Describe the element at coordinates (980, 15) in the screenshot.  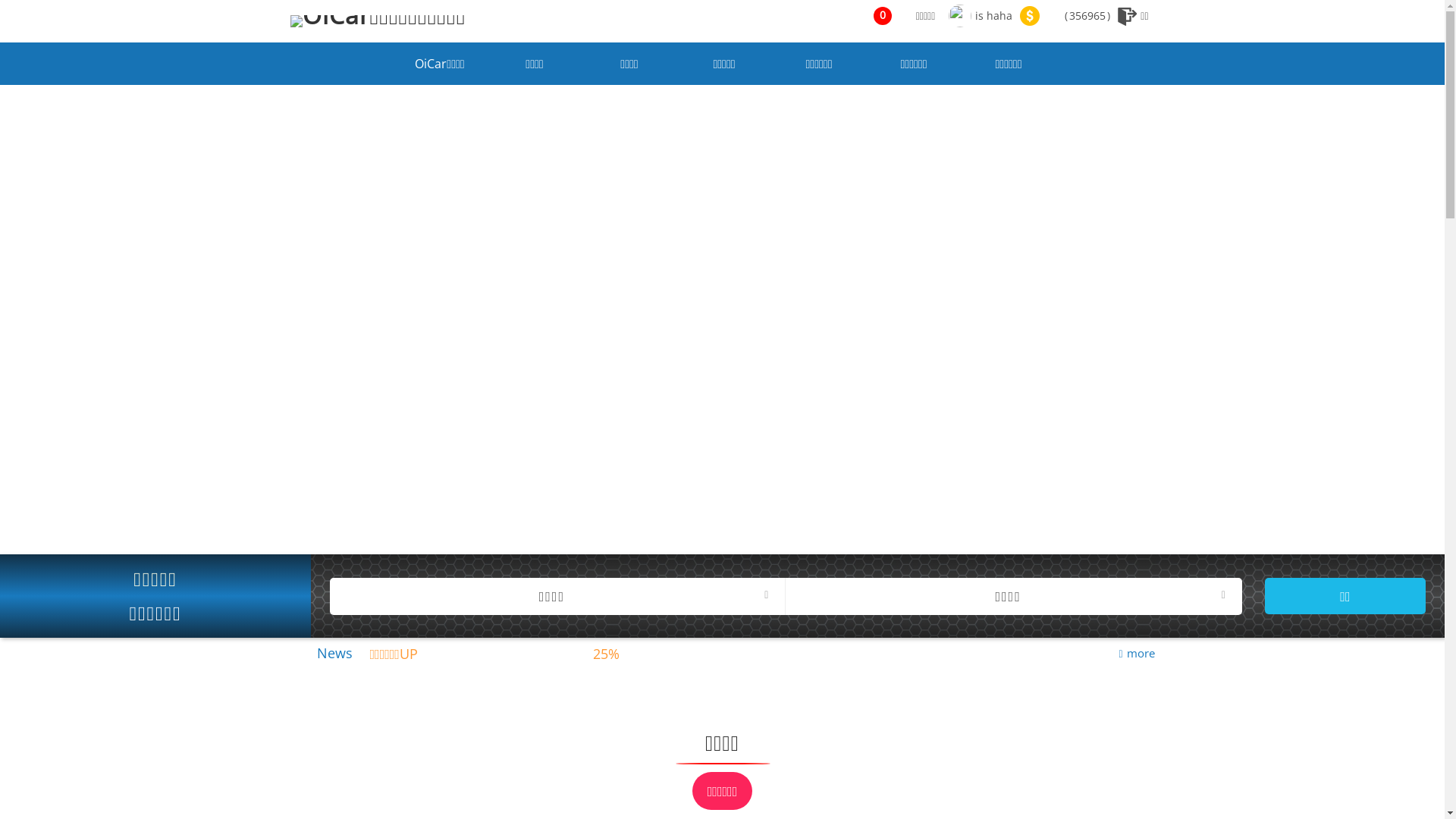
I see `'is haha'` at that location.